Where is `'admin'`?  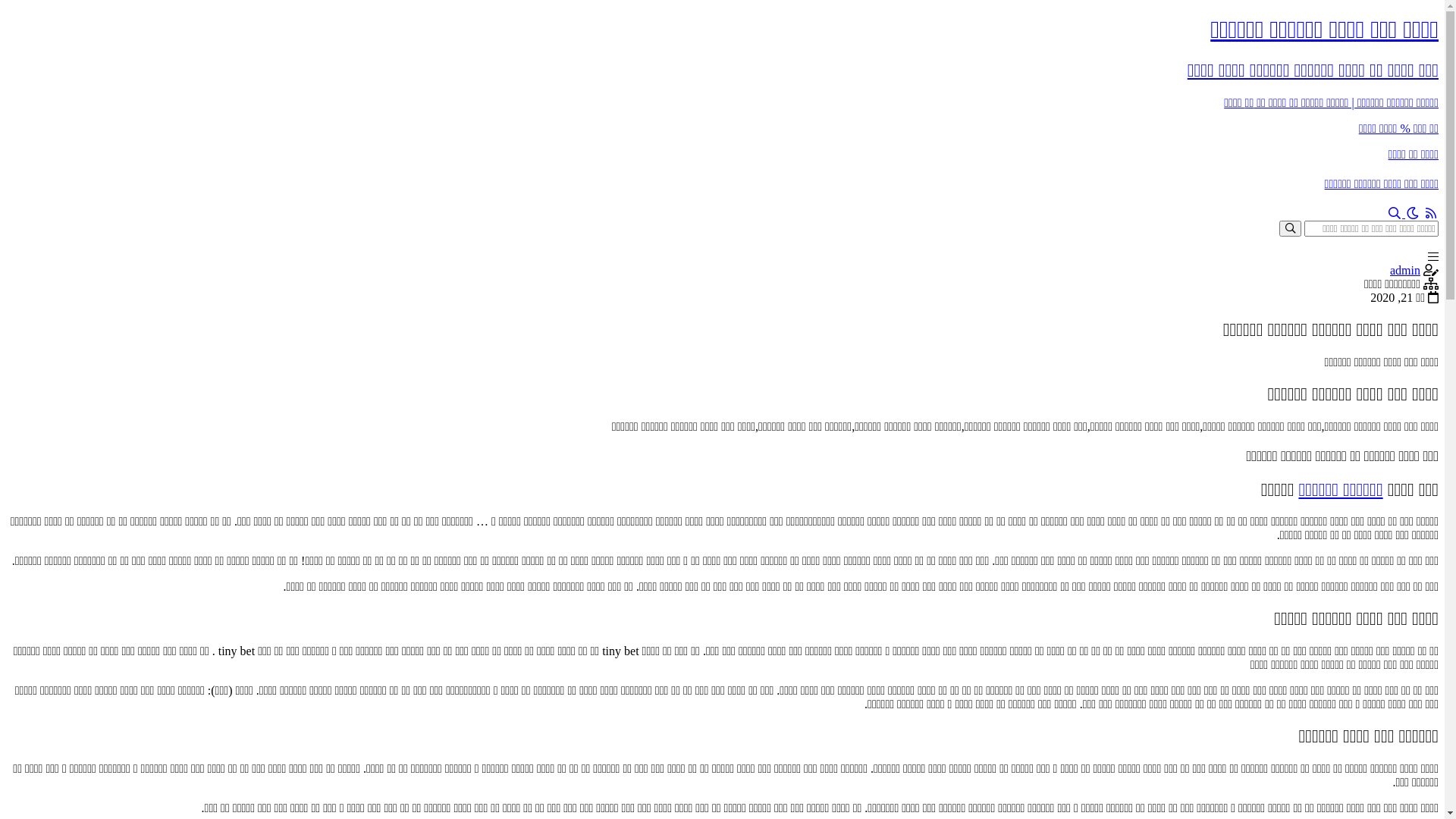 'admin' is located at coordinates (1404, 269).